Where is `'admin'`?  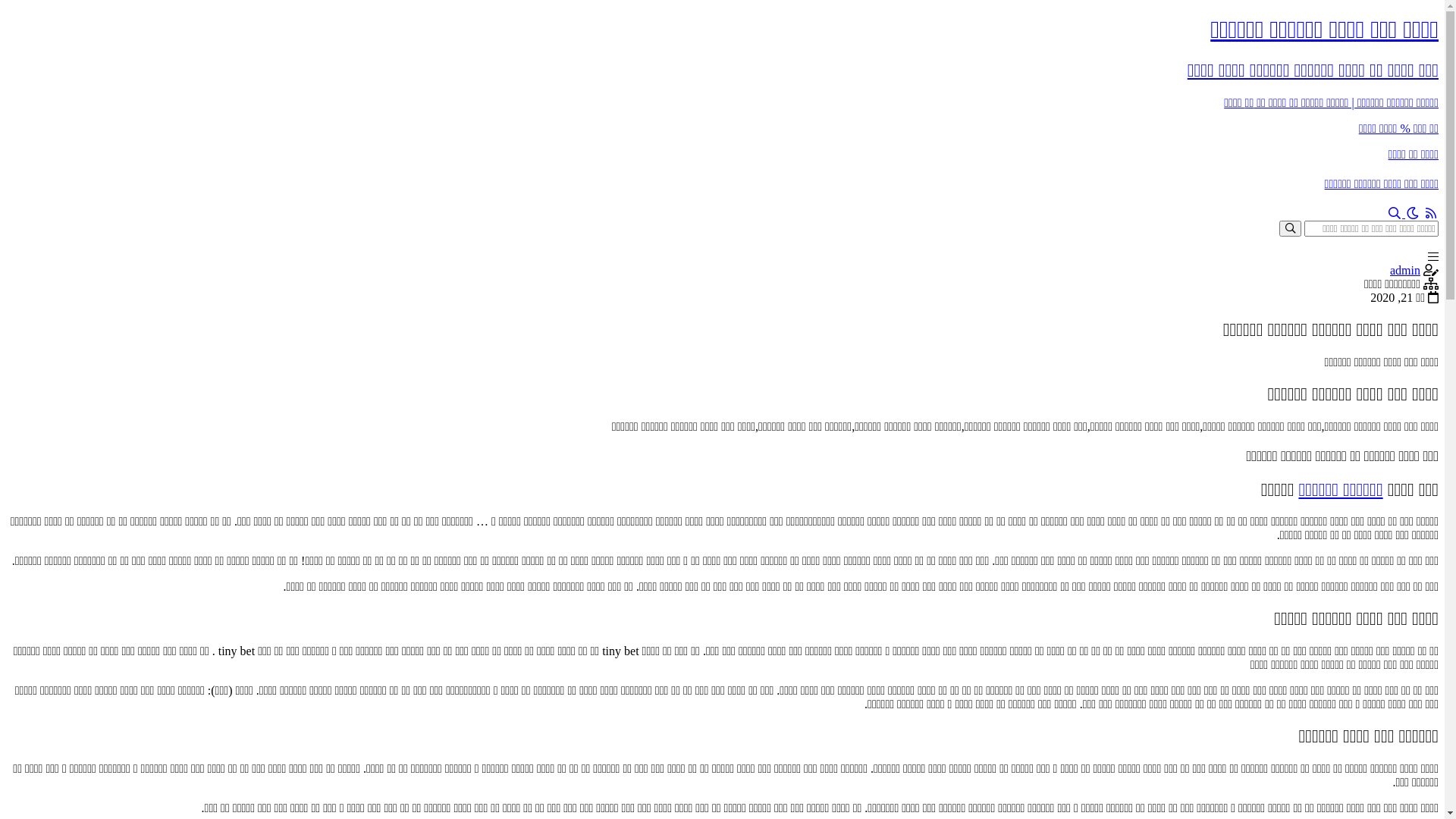 'admin' is located at coordinates (1404, 269).